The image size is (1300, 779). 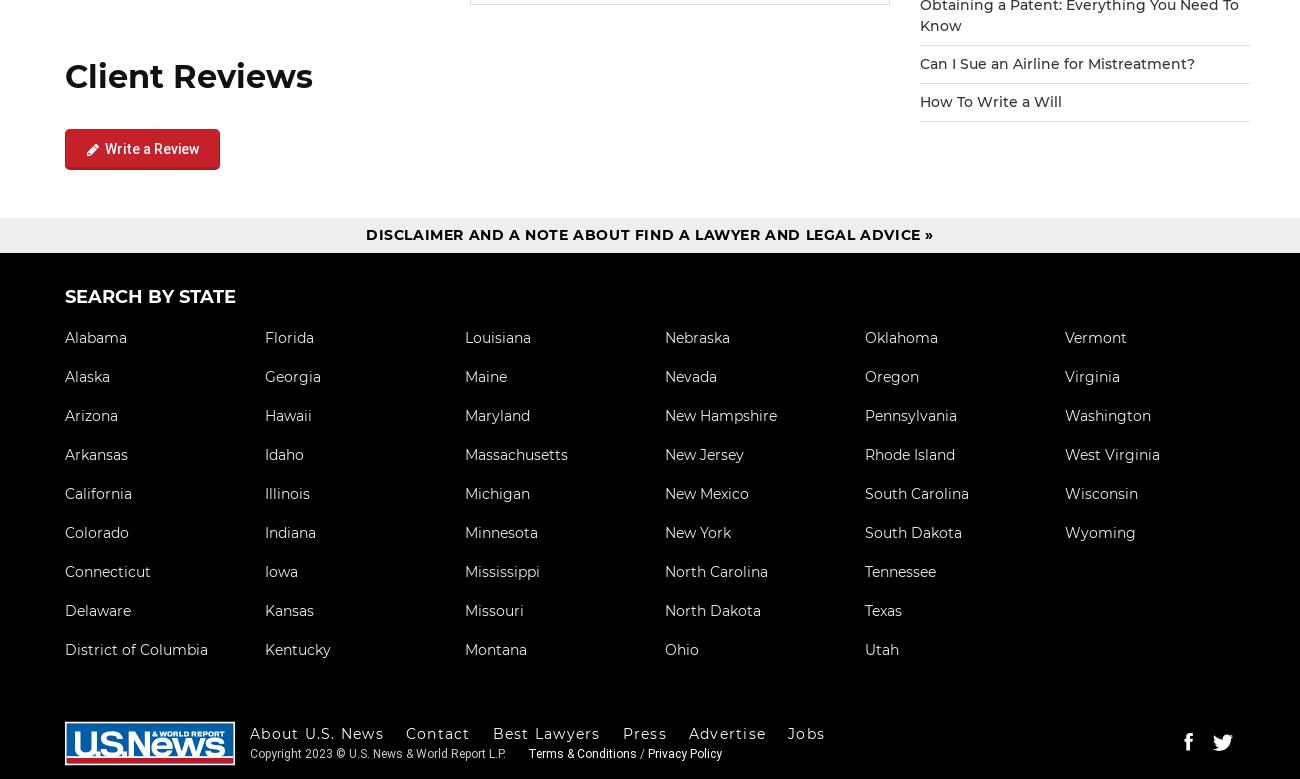 What do you see at coordinates (1095, 336) in the screenshot?
I see `'Vermont'` at bounding box center [1095, 336].